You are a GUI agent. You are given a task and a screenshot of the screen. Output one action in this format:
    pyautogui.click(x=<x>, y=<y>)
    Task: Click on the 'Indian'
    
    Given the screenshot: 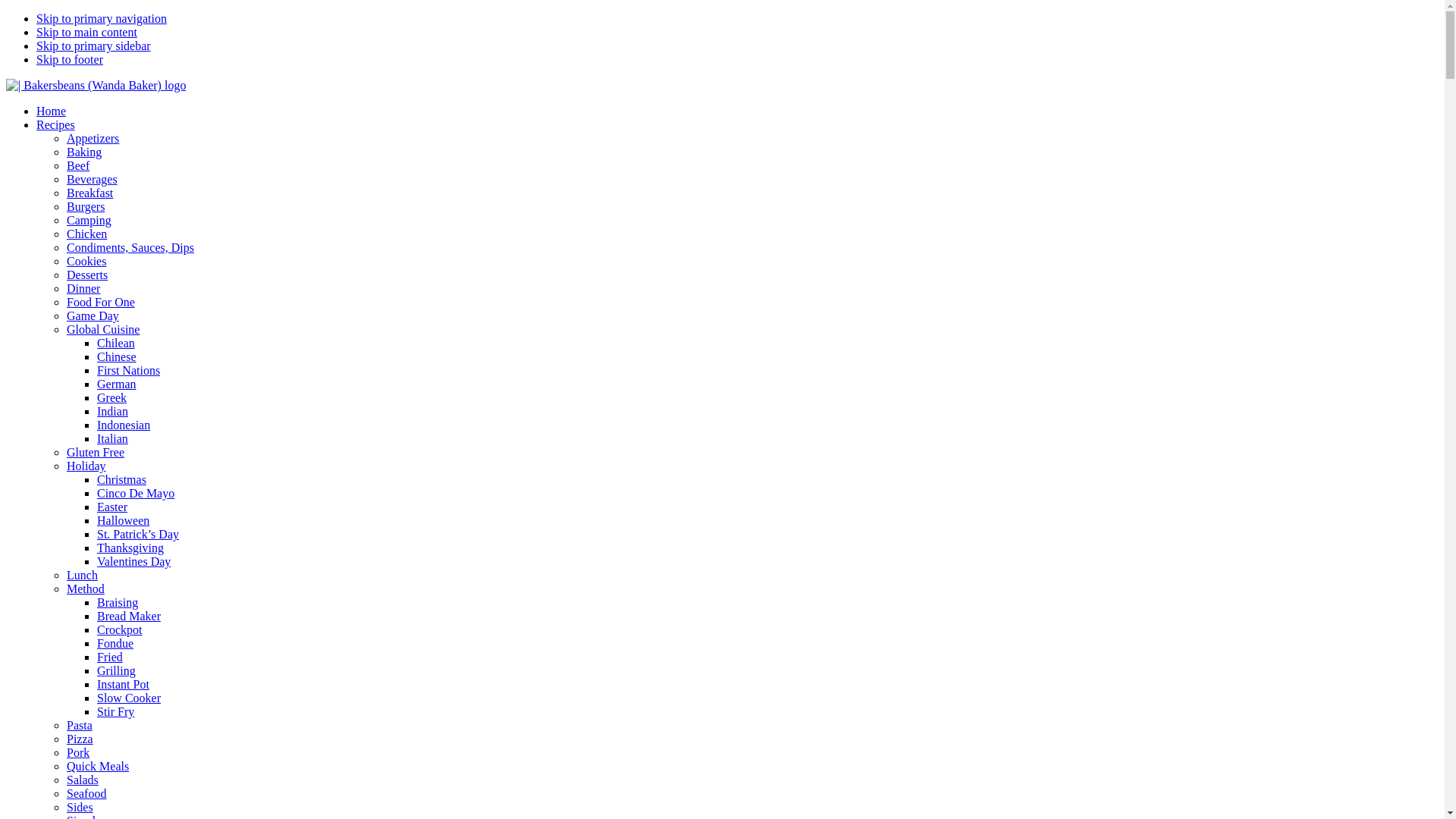 What is the action you would take?
    pyautogui.click(x=111, y=411)
    